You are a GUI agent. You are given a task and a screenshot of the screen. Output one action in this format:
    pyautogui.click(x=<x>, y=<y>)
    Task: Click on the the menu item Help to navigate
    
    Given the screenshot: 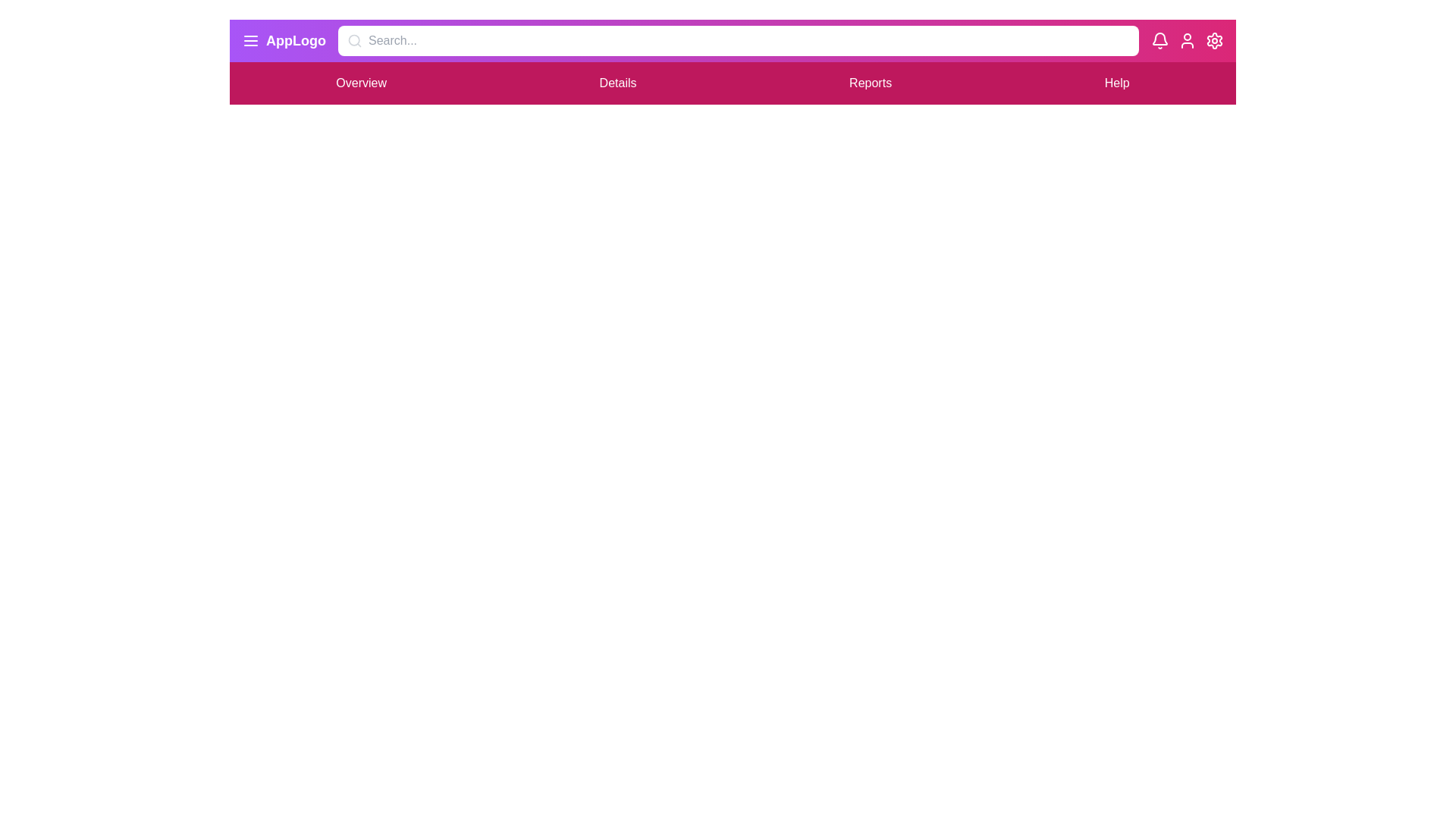 What is the action you would take?
    pyautogui.click(x=1117, y=83)
    